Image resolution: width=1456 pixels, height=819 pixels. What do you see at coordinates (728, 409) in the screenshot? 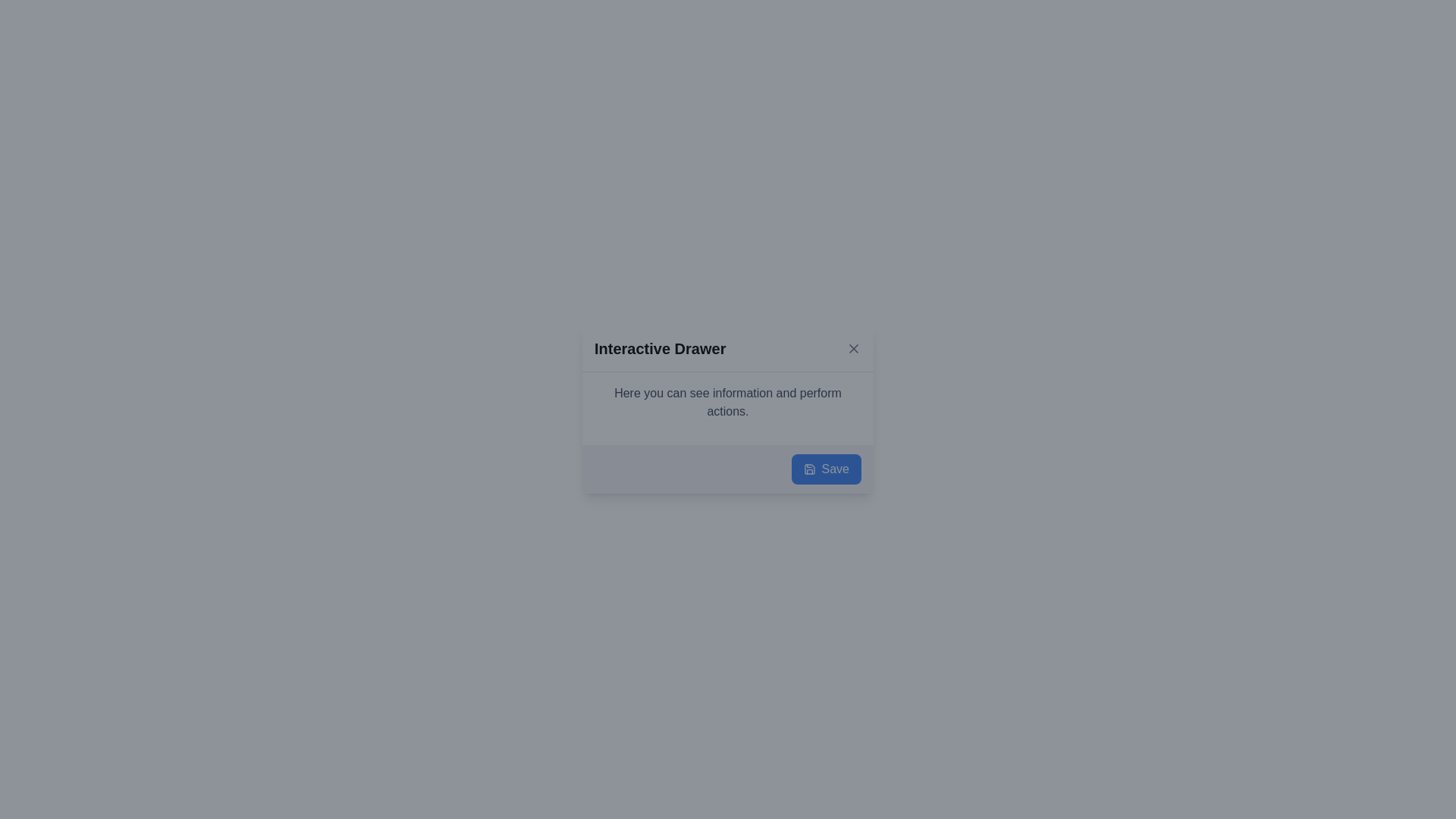
I see `displayed information from the Interactive informational drawer, which features a bold title 'Interactive Drawer' and a description below it` at bounding box center [728, 409].